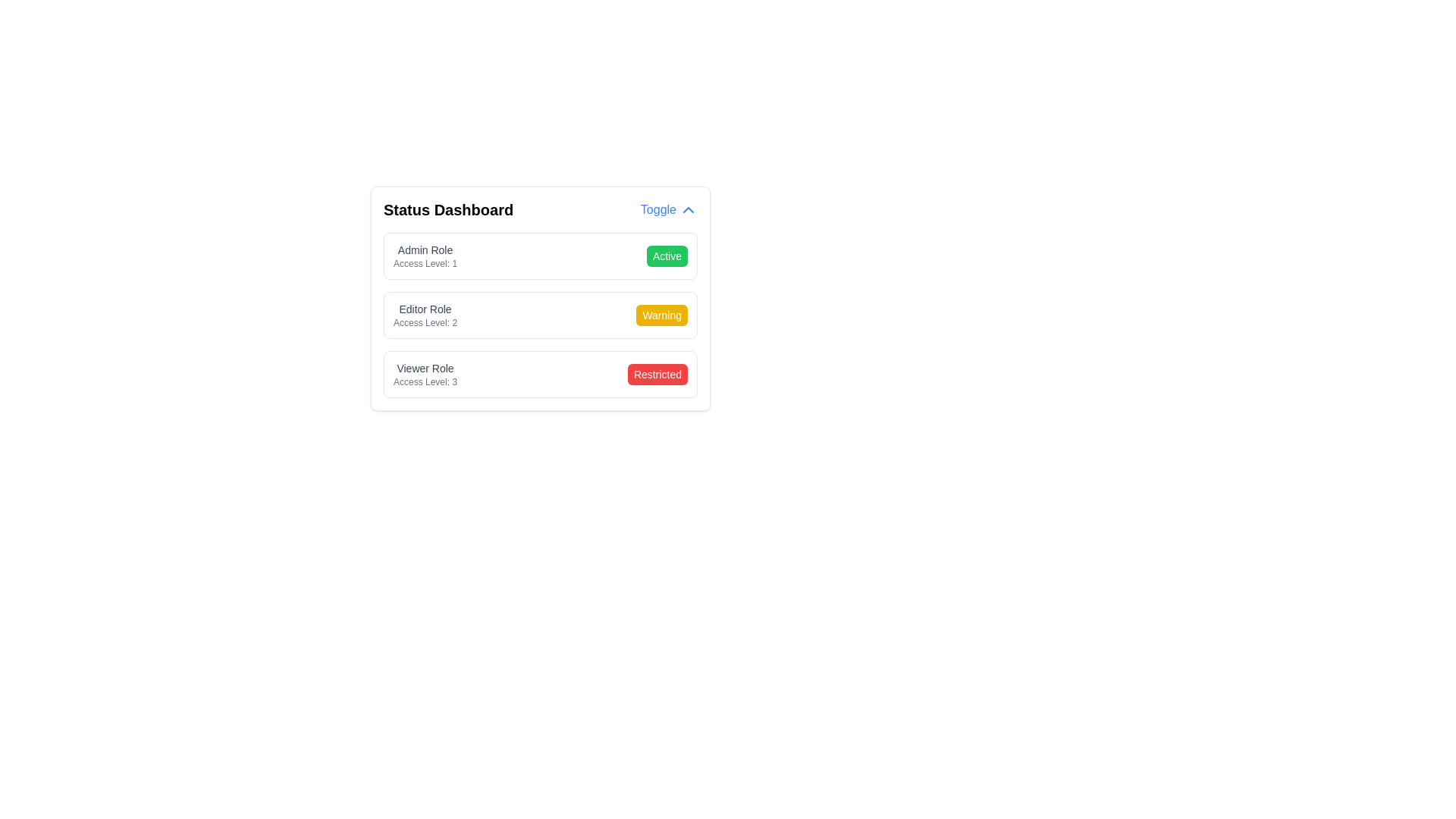 This screenshot has height=819, width=1456. I want to click on the Status indicator tag displaying 'Active', which is a rectangular button-like widget with a green background located on the right side of the 'Admin Role' and 'Access Level: 1' text, so click(667, 256).